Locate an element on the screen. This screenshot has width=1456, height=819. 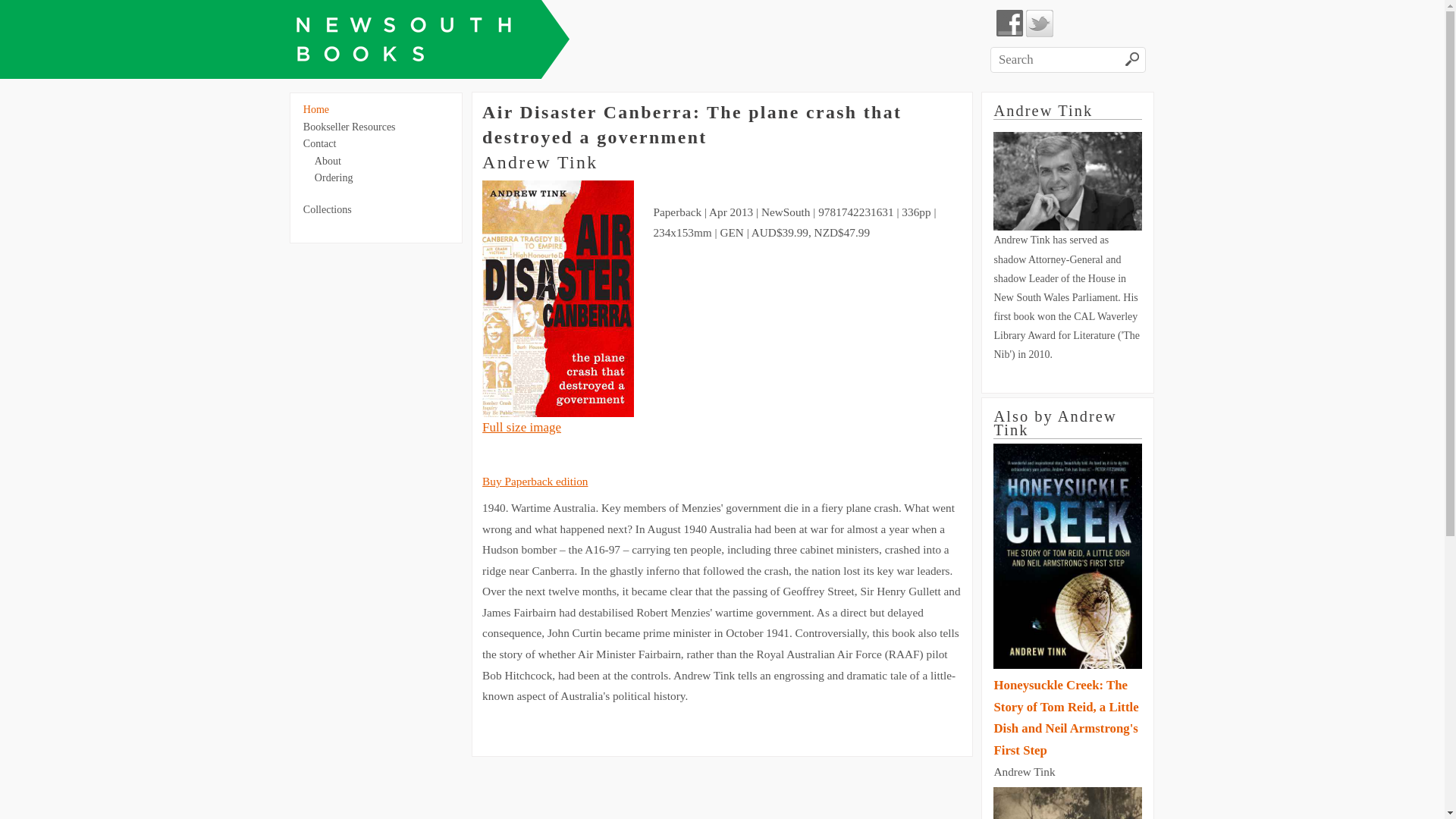
'Bookseller Resources' is located at coordinates (348, 126).